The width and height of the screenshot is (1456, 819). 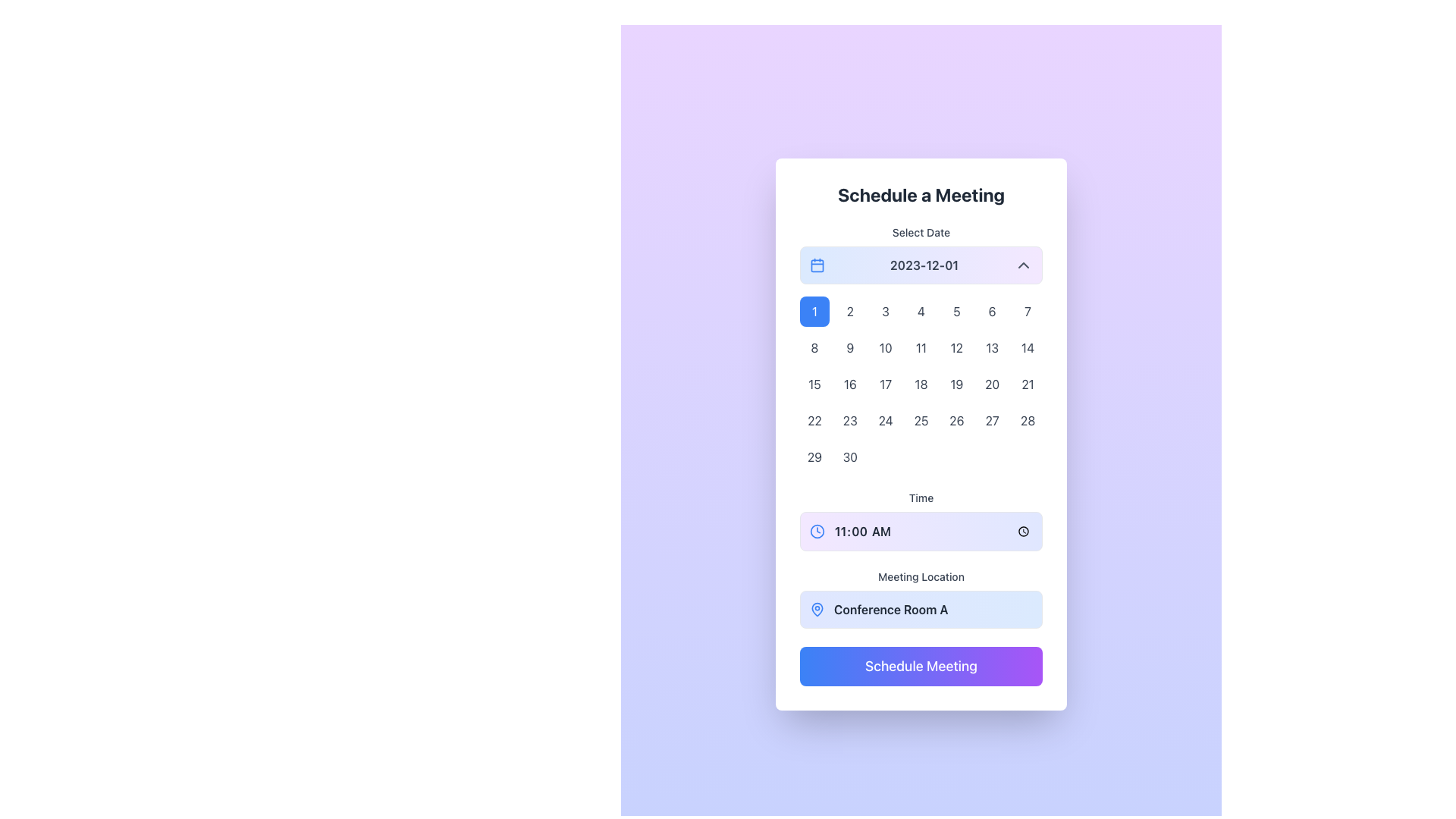 I want to click on the pin icon located to the left of the 'Meeting Location' input field, which is associated with the text 'Conference Room A', so click(x=817, y=608).